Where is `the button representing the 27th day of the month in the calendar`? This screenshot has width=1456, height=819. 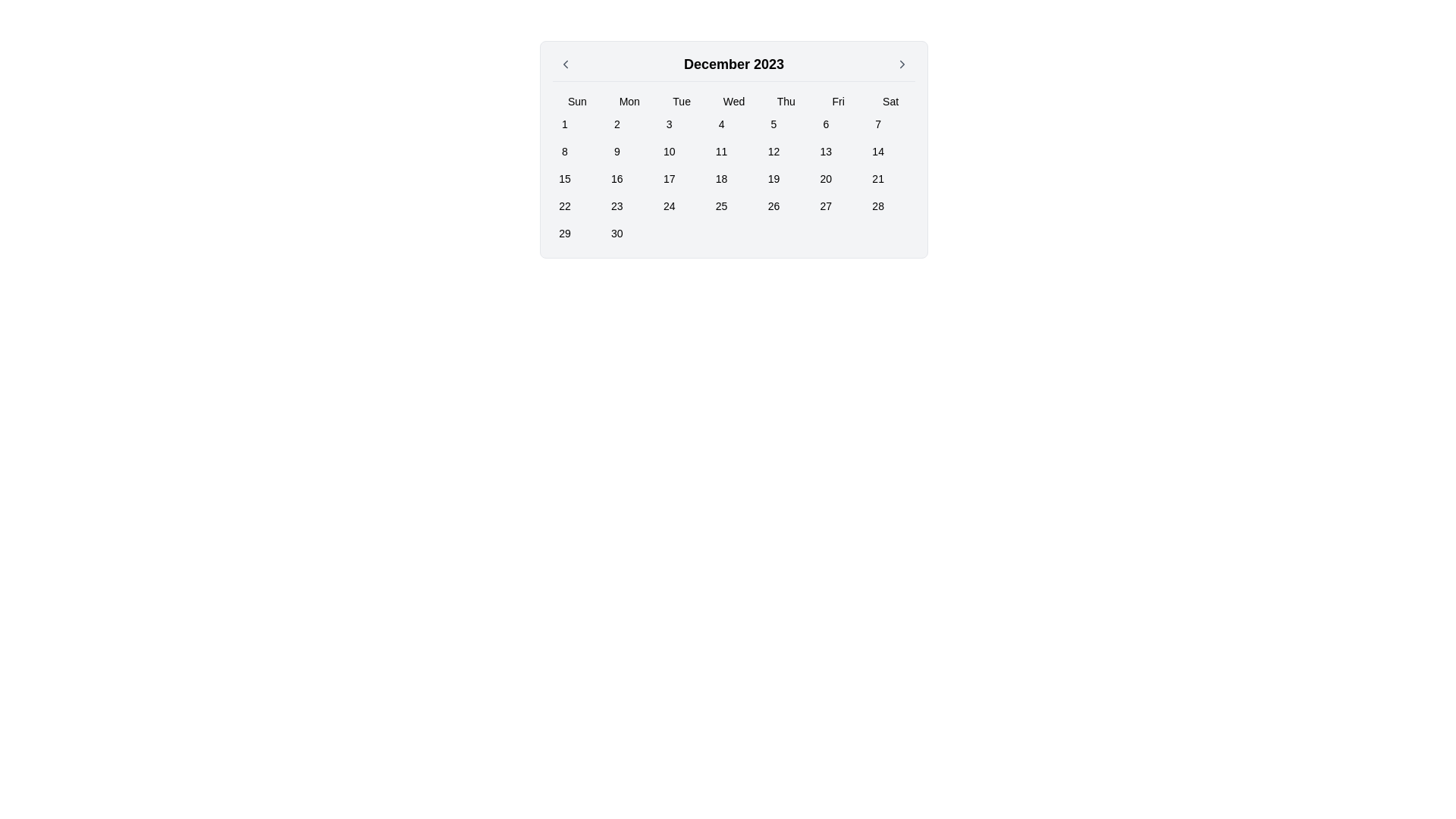
the button representing the 27th day of the month in the calendar is located at coordinates (825, 206).